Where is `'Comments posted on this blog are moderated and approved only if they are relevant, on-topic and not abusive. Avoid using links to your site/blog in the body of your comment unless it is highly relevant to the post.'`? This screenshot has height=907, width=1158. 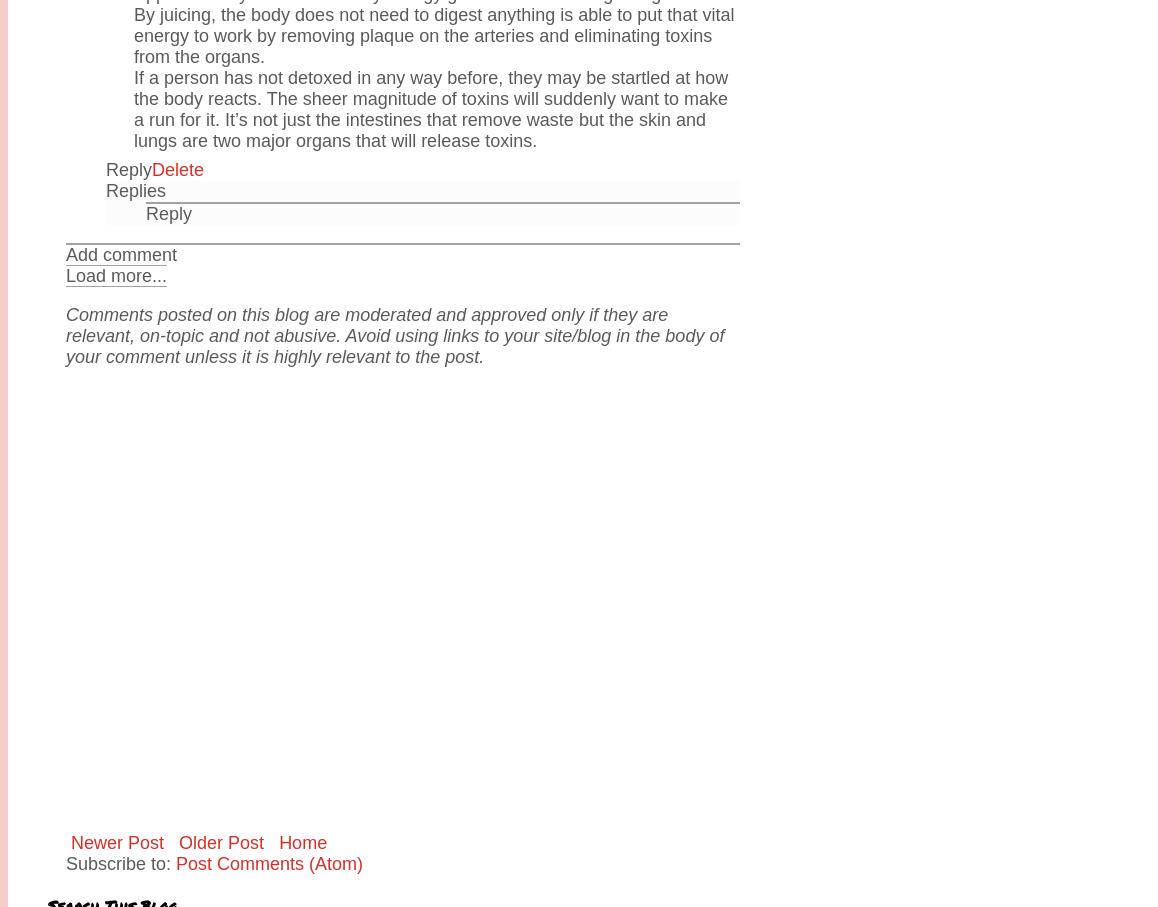
'Comments posted on this blog are moderated and approved only if they are relevant, on-topic and not abusive. Avoid using links to your site/blog in the body of your comment unless it is highly relevant to the post.' is located at coordinates (393, 333).